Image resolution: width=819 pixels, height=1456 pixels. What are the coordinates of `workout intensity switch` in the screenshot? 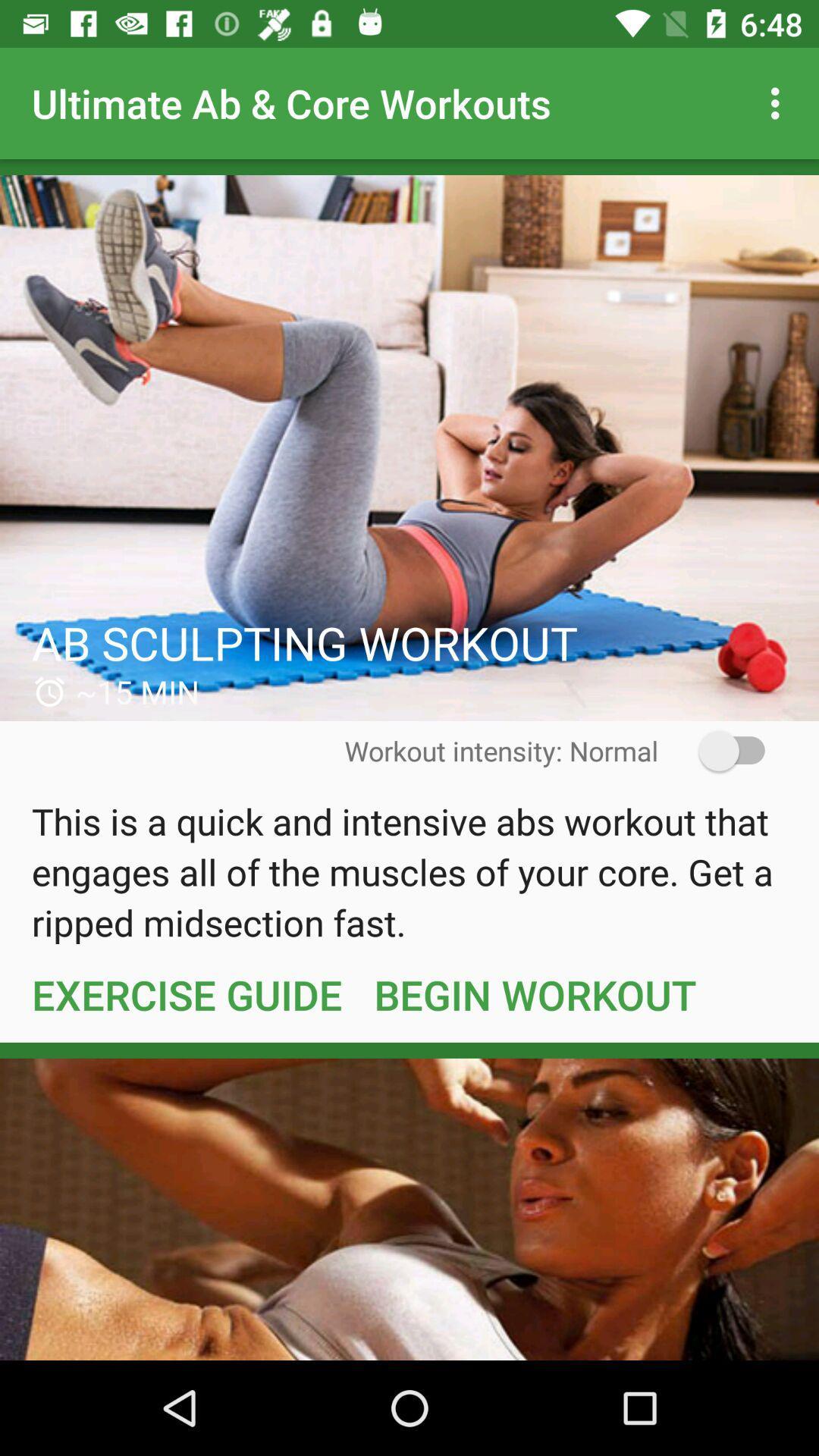 It's located at (721, 751).